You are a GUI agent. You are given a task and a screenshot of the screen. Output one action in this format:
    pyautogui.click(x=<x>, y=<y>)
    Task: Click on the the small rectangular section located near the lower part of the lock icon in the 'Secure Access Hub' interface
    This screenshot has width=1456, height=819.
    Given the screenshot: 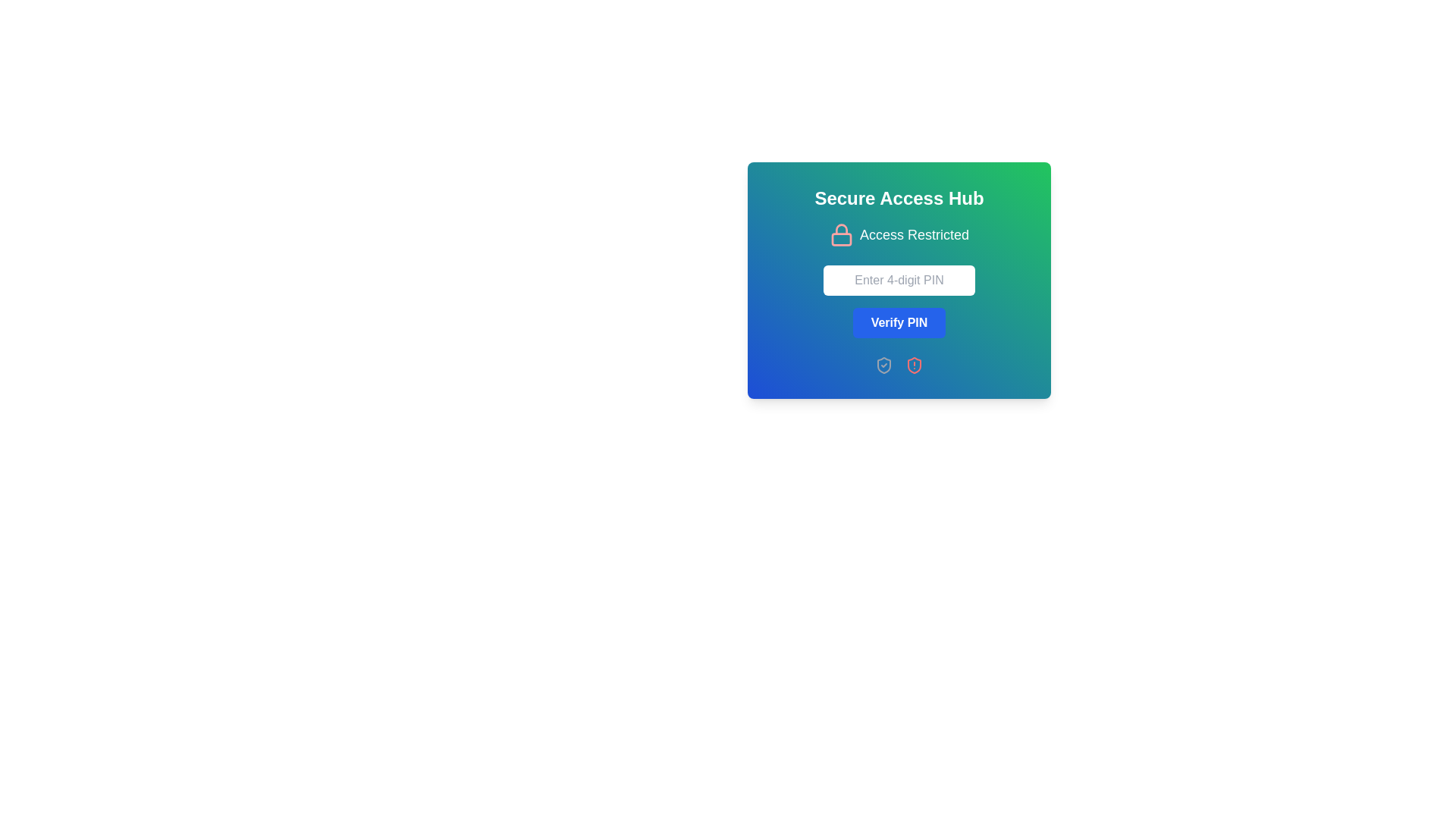 What is the action you would take?
    pyautogui.click(x=840, y=239)
    